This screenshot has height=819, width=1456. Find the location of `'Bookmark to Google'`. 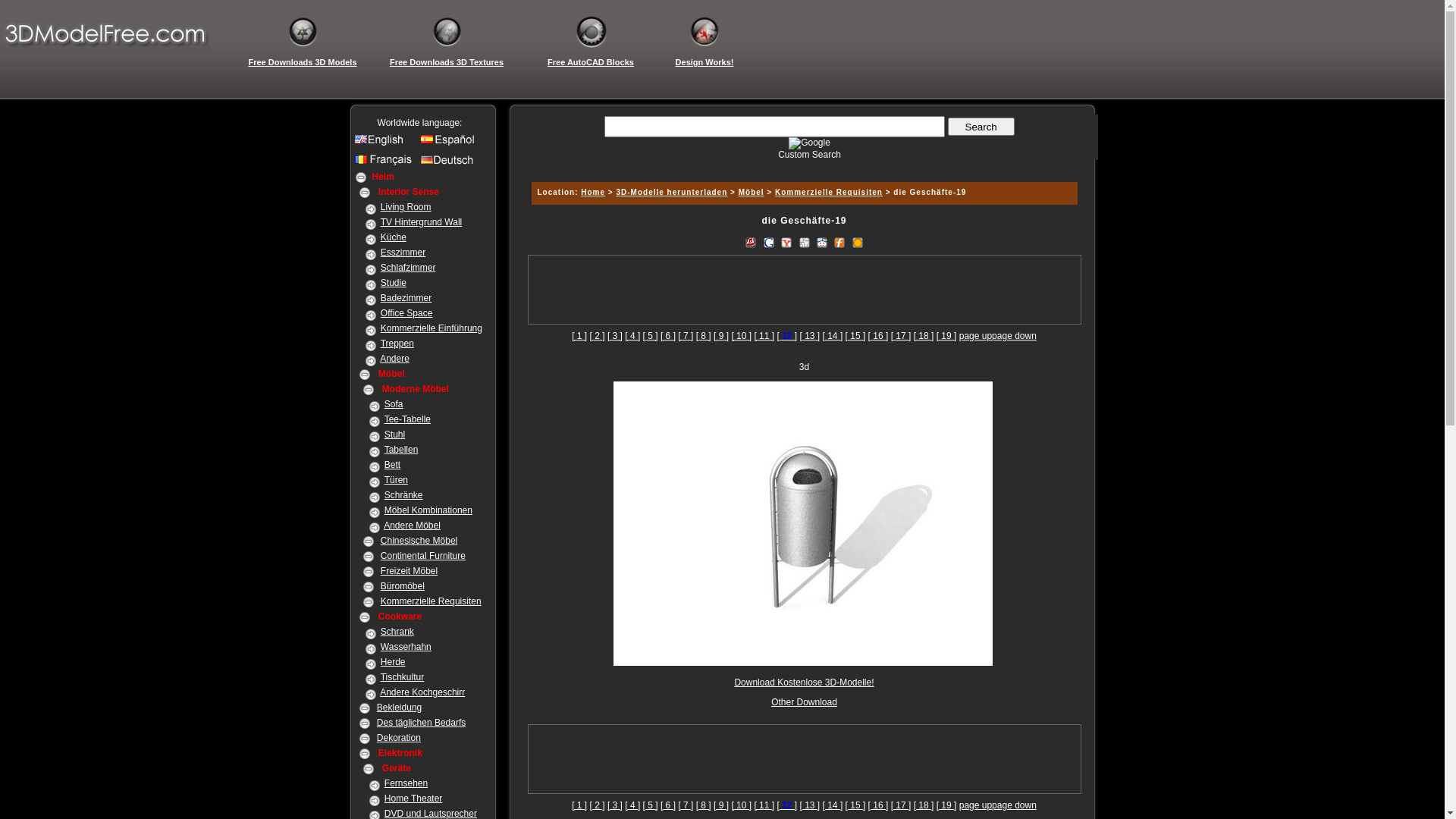

'Bookmark to Google' is located at coordinates (768, 241).